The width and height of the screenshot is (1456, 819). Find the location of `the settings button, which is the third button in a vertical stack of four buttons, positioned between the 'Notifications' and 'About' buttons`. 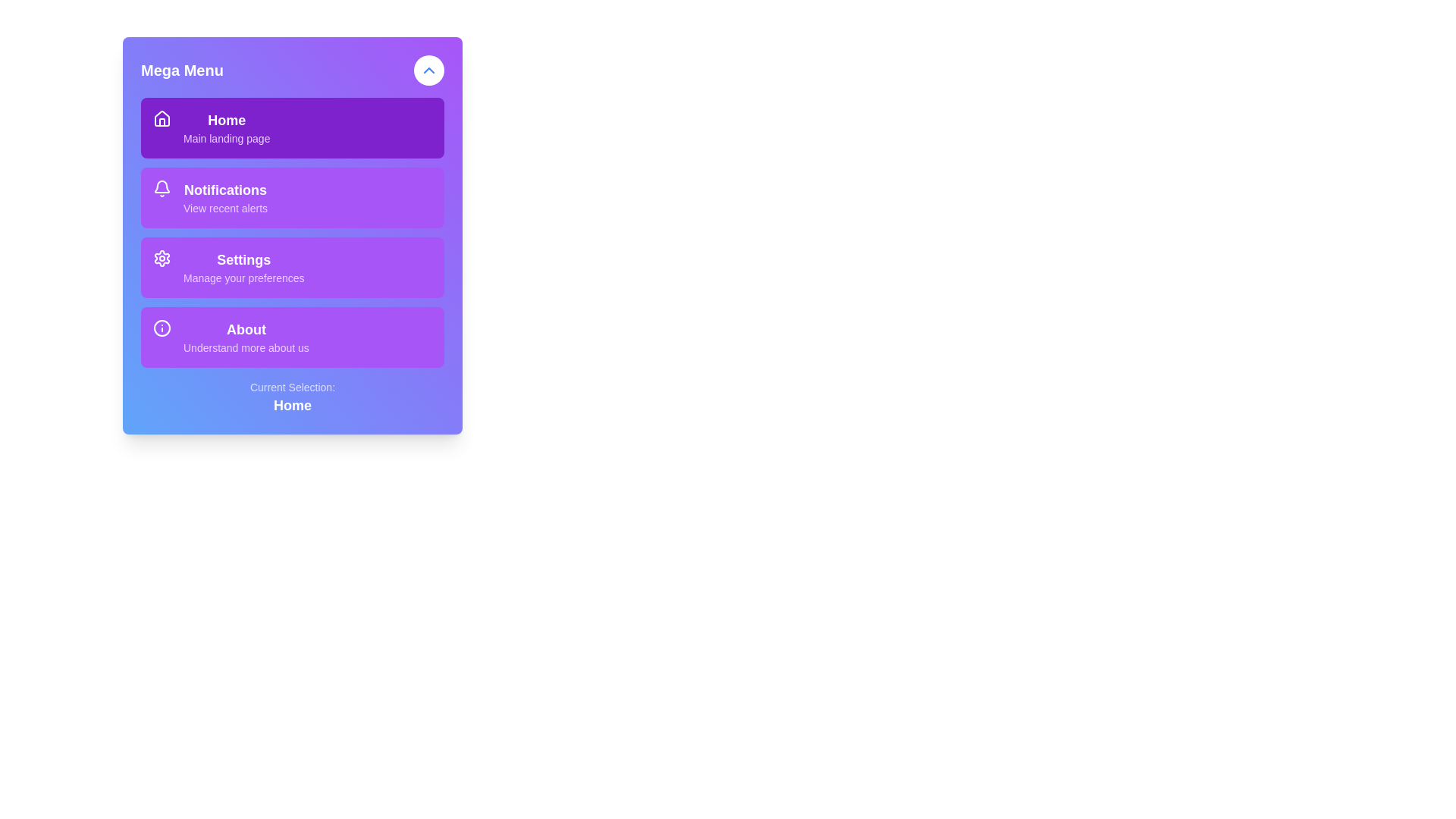

the settings button, which is the third button in a vertical stack of four buttons, positioned between the 'Notifications' and 'About' buttons is located at coordinates (292, 267).